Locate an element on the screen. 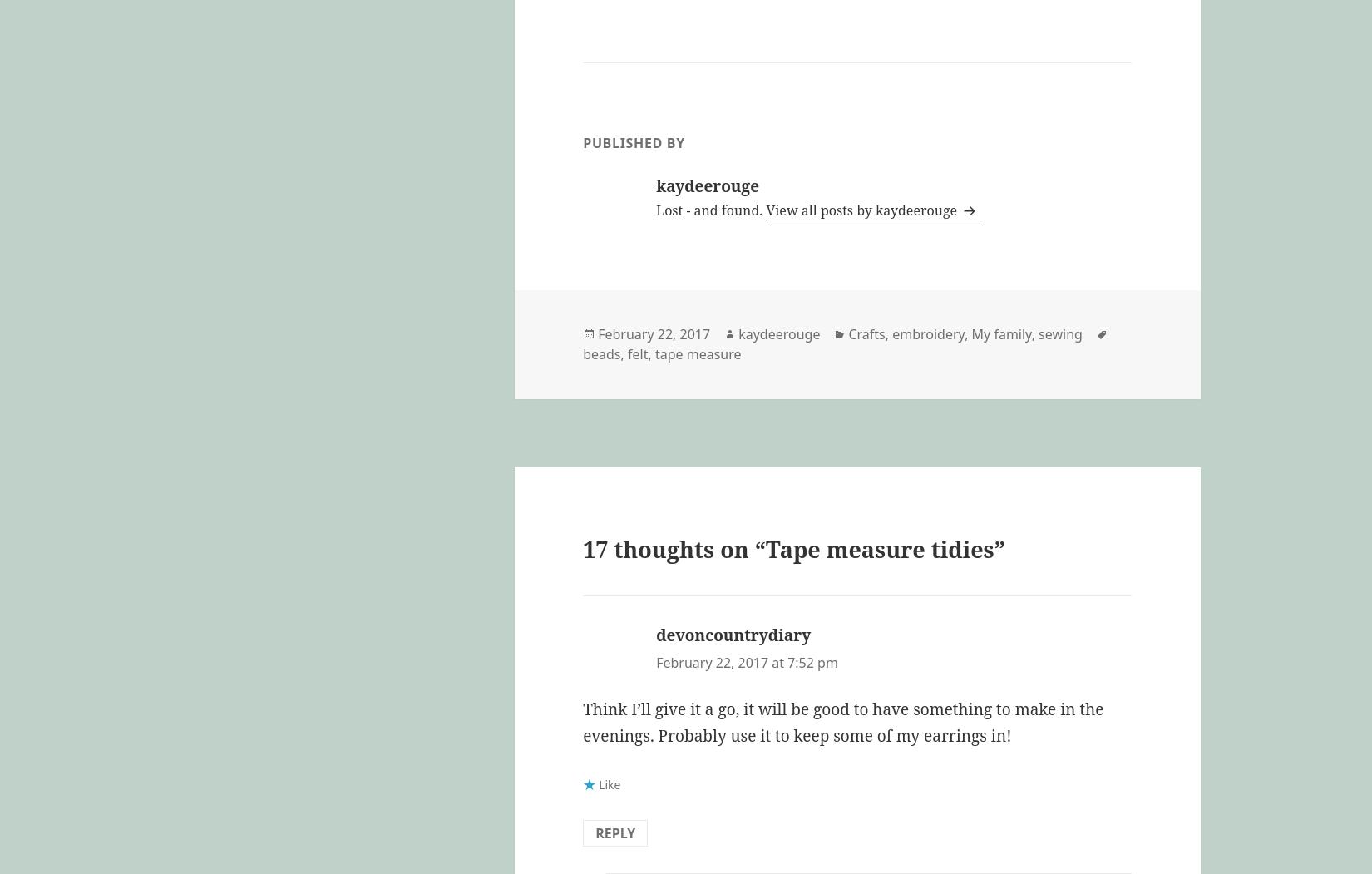 This screenshot has height=874, width=1372. 'Crafts' is located at coordinates (866, 333).